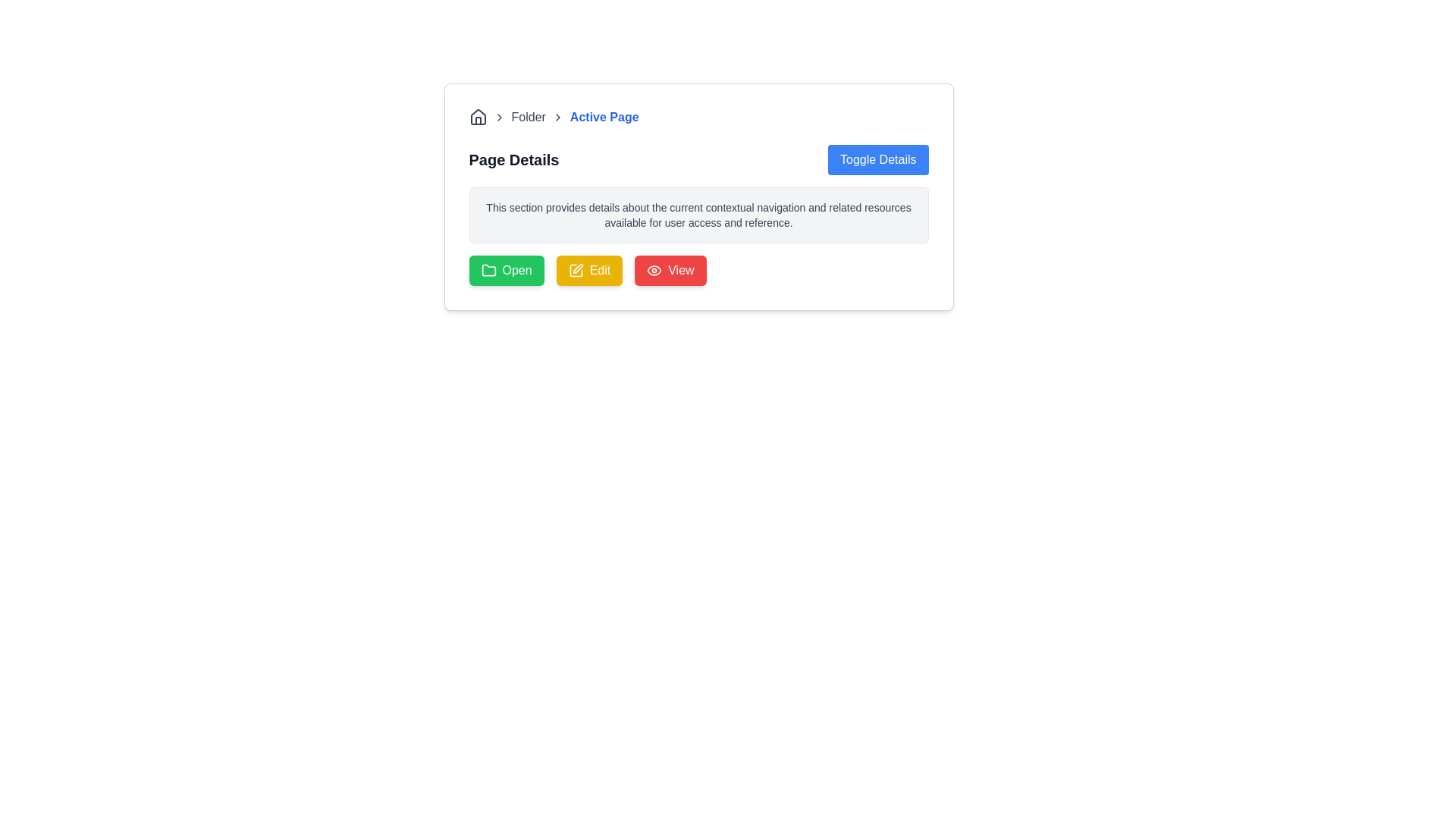  Describe the element at coordinates (670, 270) in the screenshot. I see `the third button in a horizontal row of action buttons` at that location.